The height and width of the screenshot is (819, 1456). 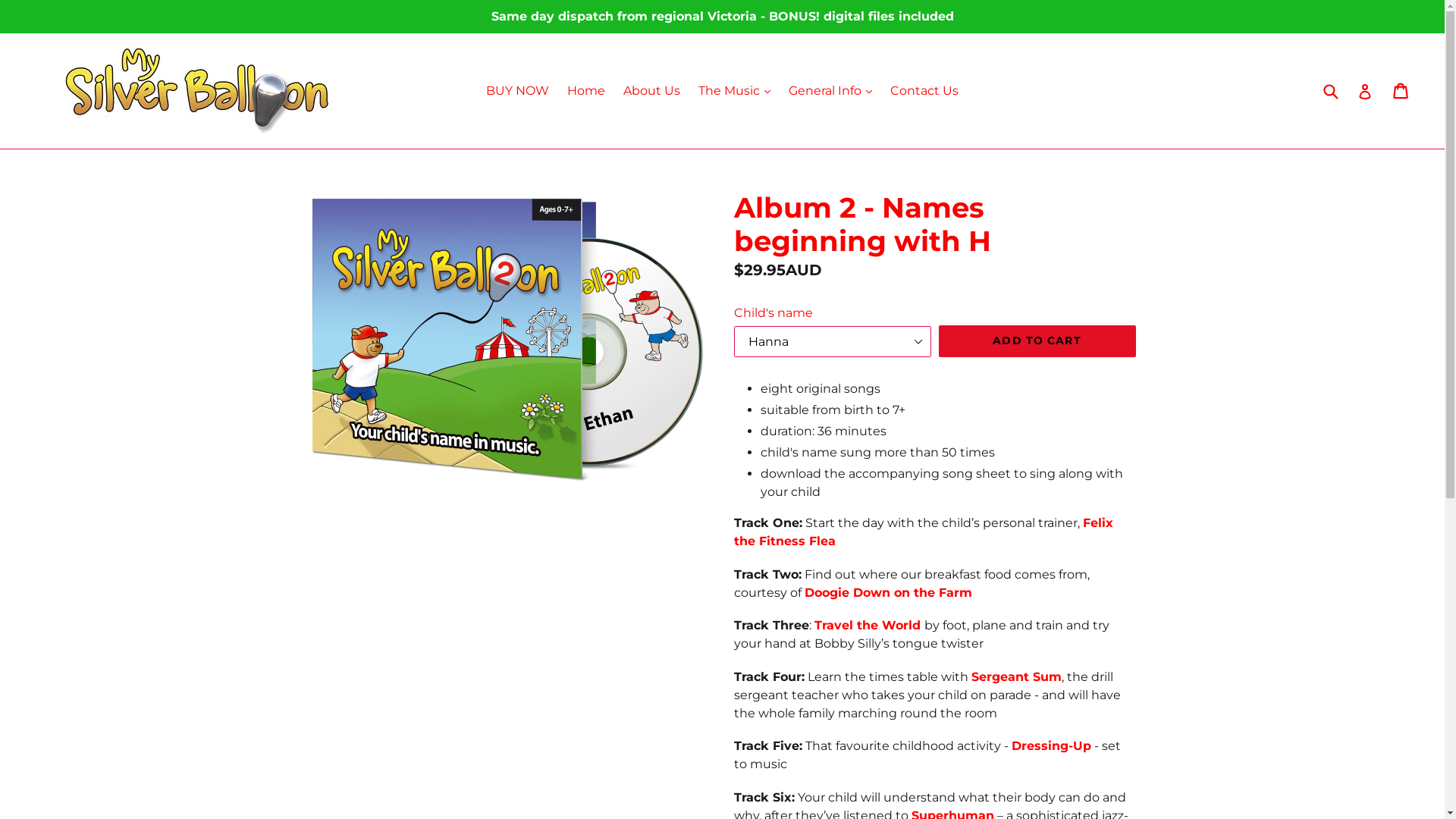 What do you see at coordinates (585, 90) in the screenshot?
I see `'Home'` at bounding box center [585, 90].